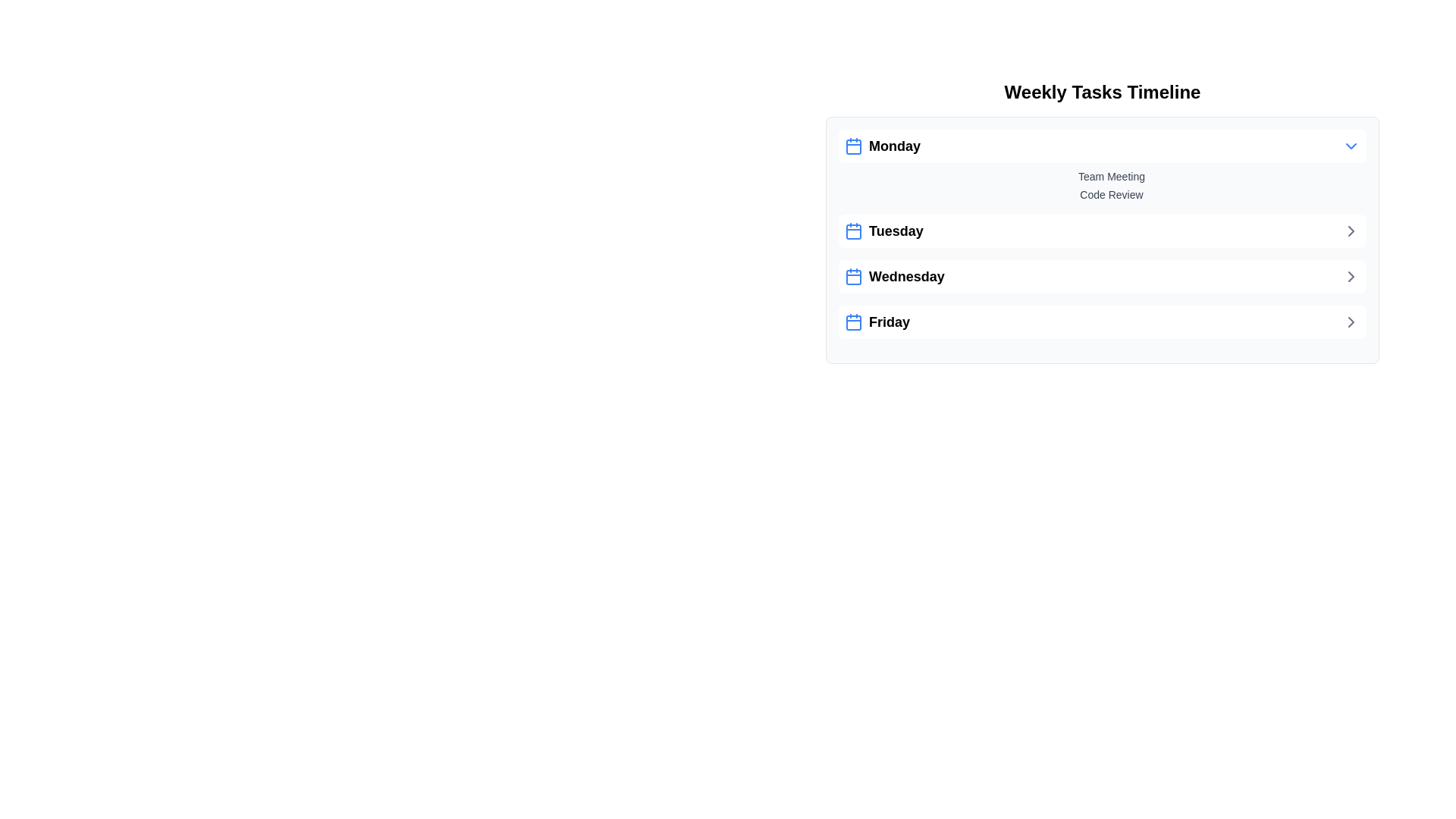 The width and height of the screenshot is (1456, 819). What do you see at coordinates (1103, 321) in the screenshot?
I see `the interactive list item representing 'Friday' in the 'Weekly Tasks Timeline'` at bounding box center [1103, 321].